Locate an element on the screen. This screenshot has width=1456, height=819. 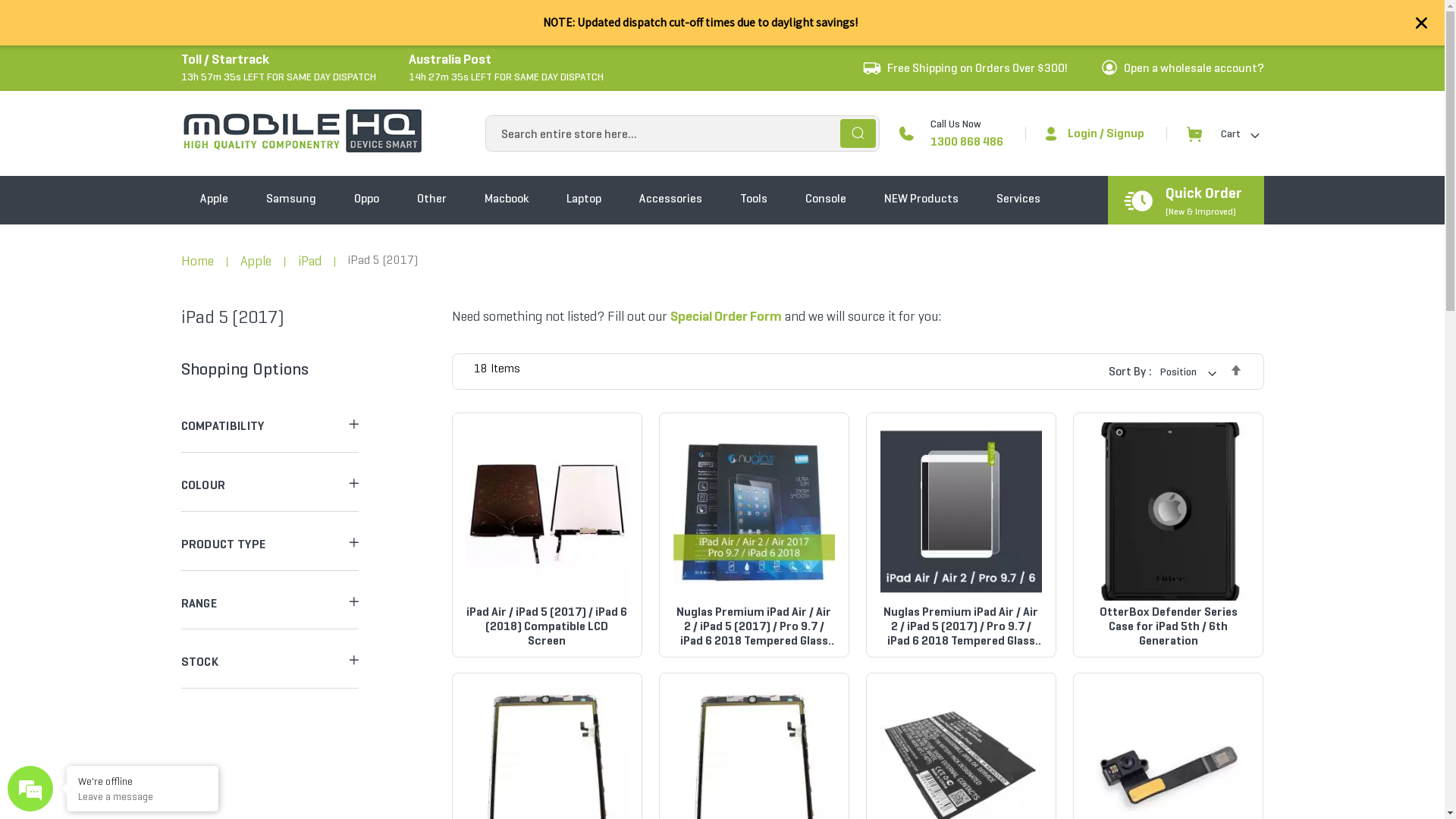
'Signup' is located at coordinates (1125, 86).